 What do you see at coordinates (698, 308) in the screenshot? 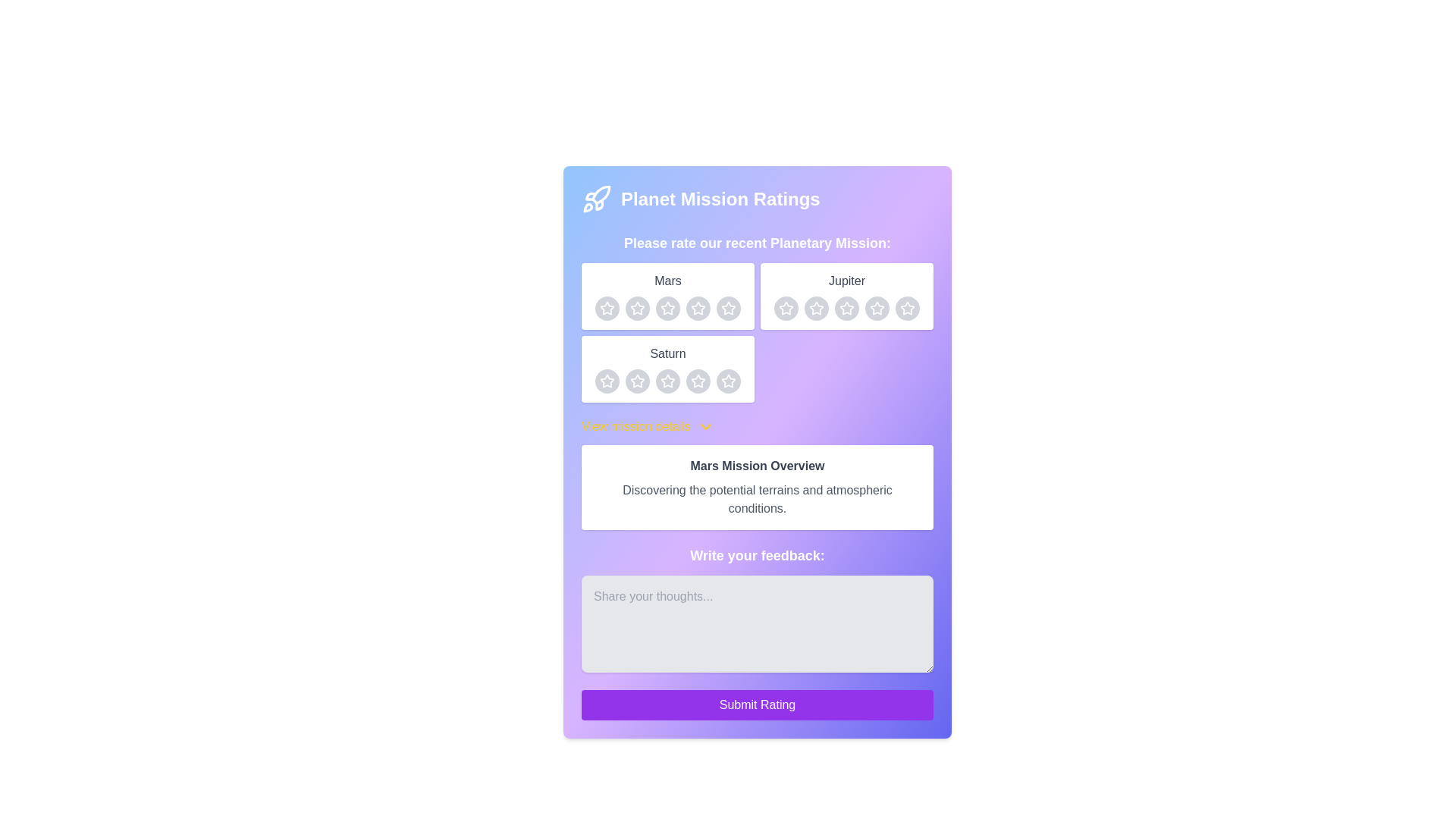
I see `the third star-shaped rating icon for the planet 'Mars' to rate it` at bounding box center [698, 308].